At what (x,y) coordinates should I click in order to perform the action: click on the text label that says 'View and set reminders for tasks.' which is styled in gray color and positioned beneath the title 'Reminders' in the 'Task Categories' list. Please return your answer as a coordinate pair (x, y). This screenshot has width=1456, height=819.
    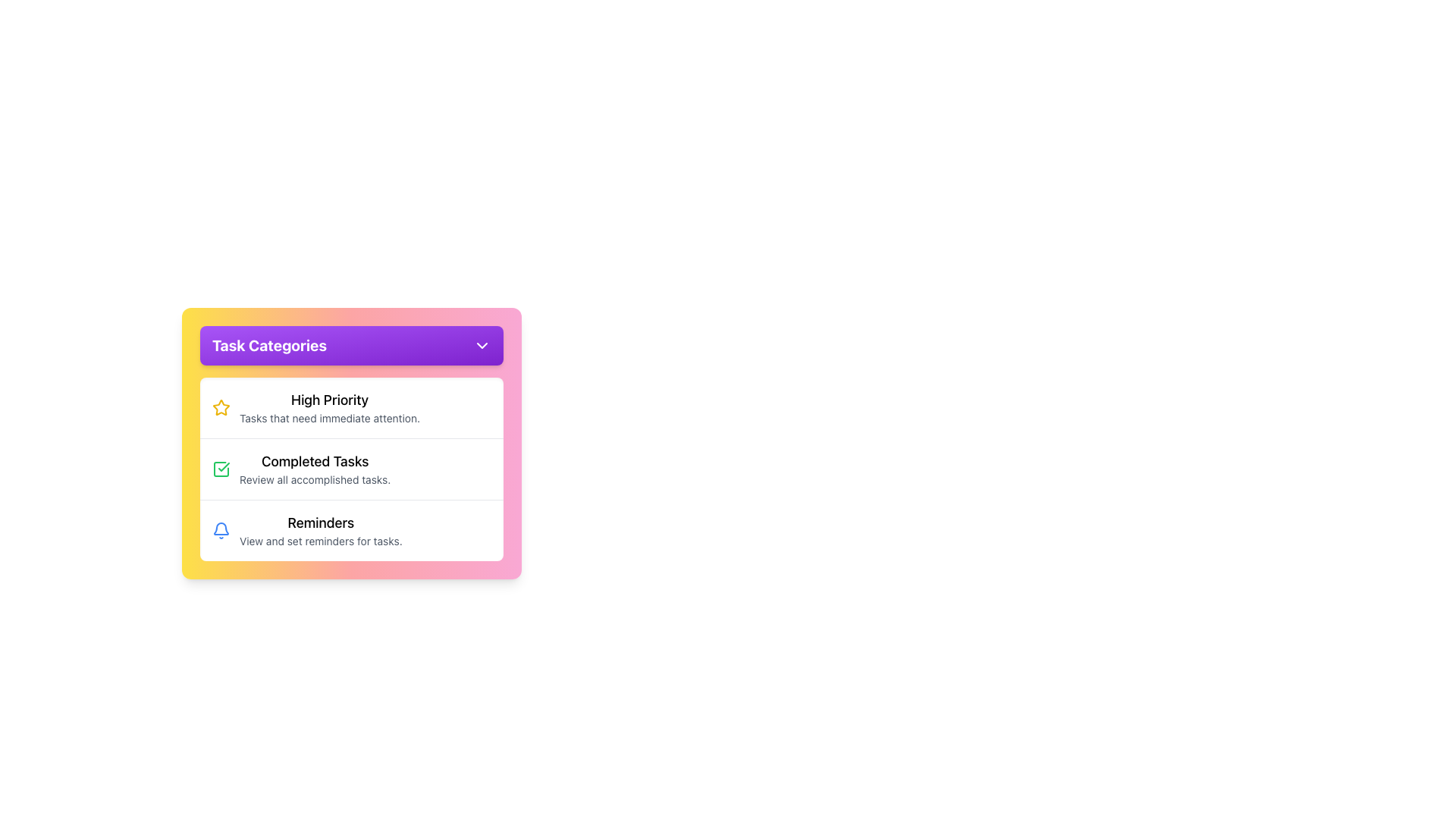
    Looking at the image, I should click on (320, 540).